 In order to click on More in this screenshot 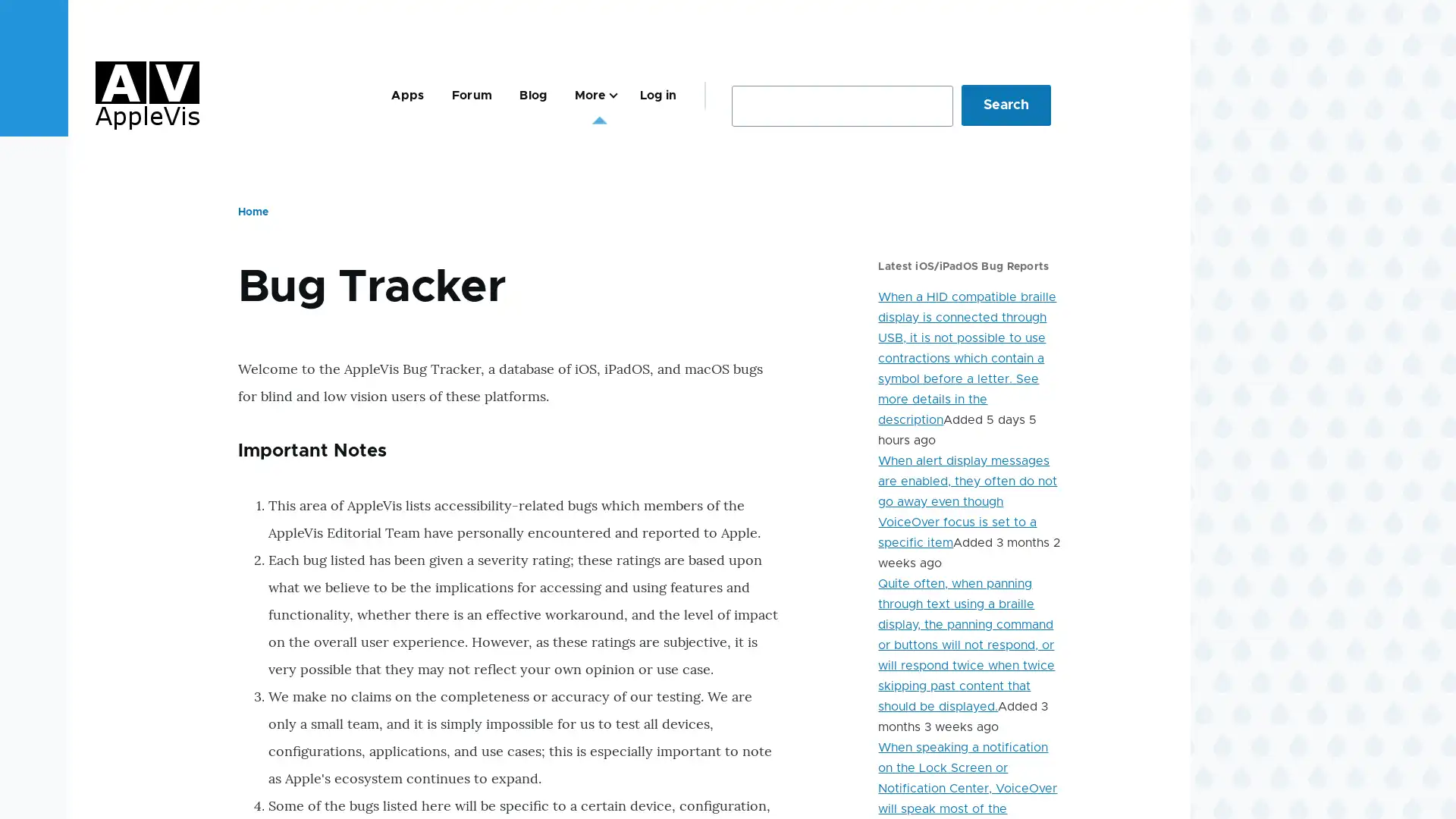, I will do `click(592, 95)`.